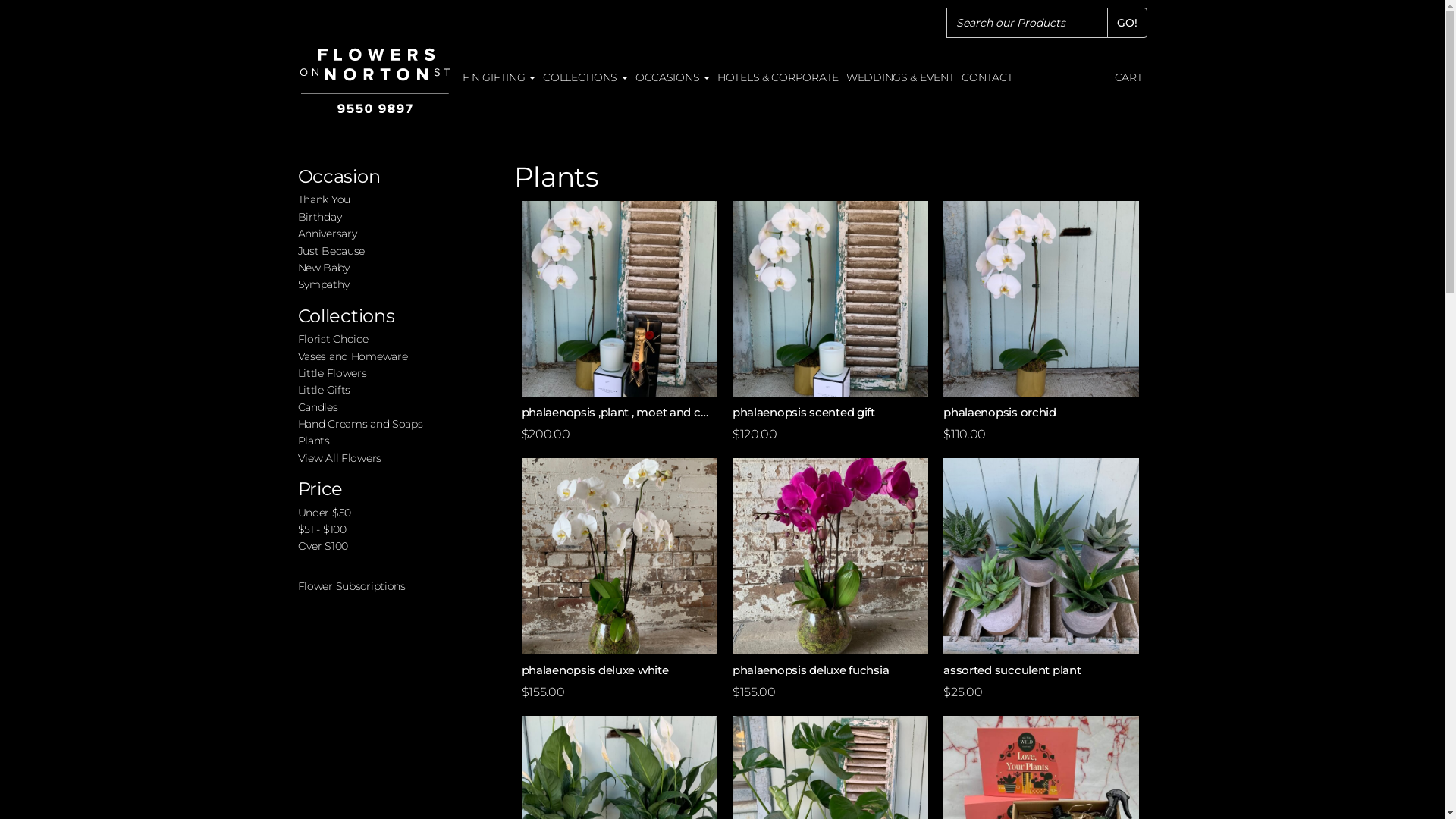  Describe the element at coordinates (1127, 23) in the screenshot. I see `'GO!'` at that location.